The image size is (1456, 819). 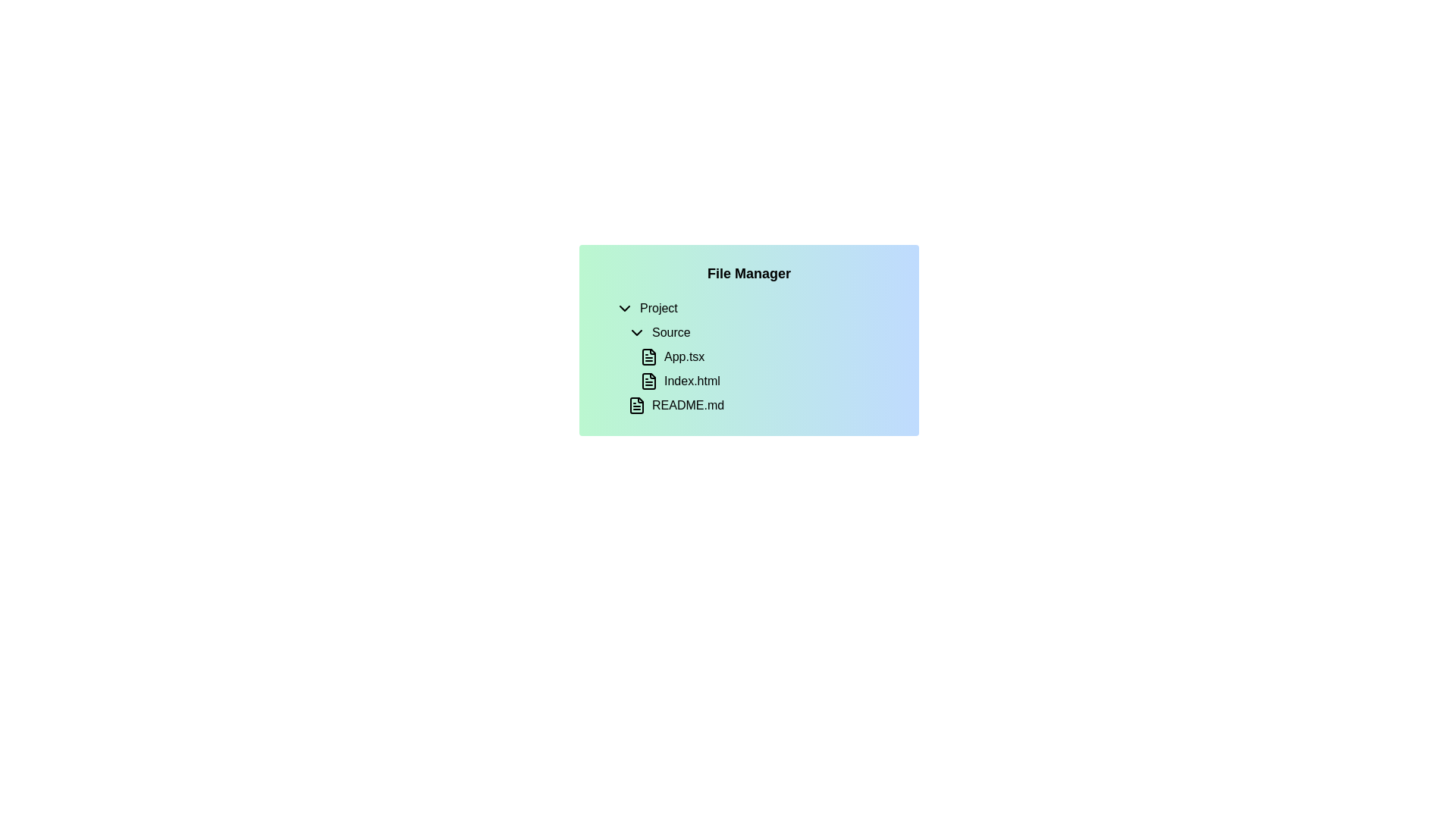 What do you see at coordinates (683, 356) in the screenshot?
I see `the 'App.tsx' text label located under the 'Source' directory to show the context menu` at bounding box center [683, 356].